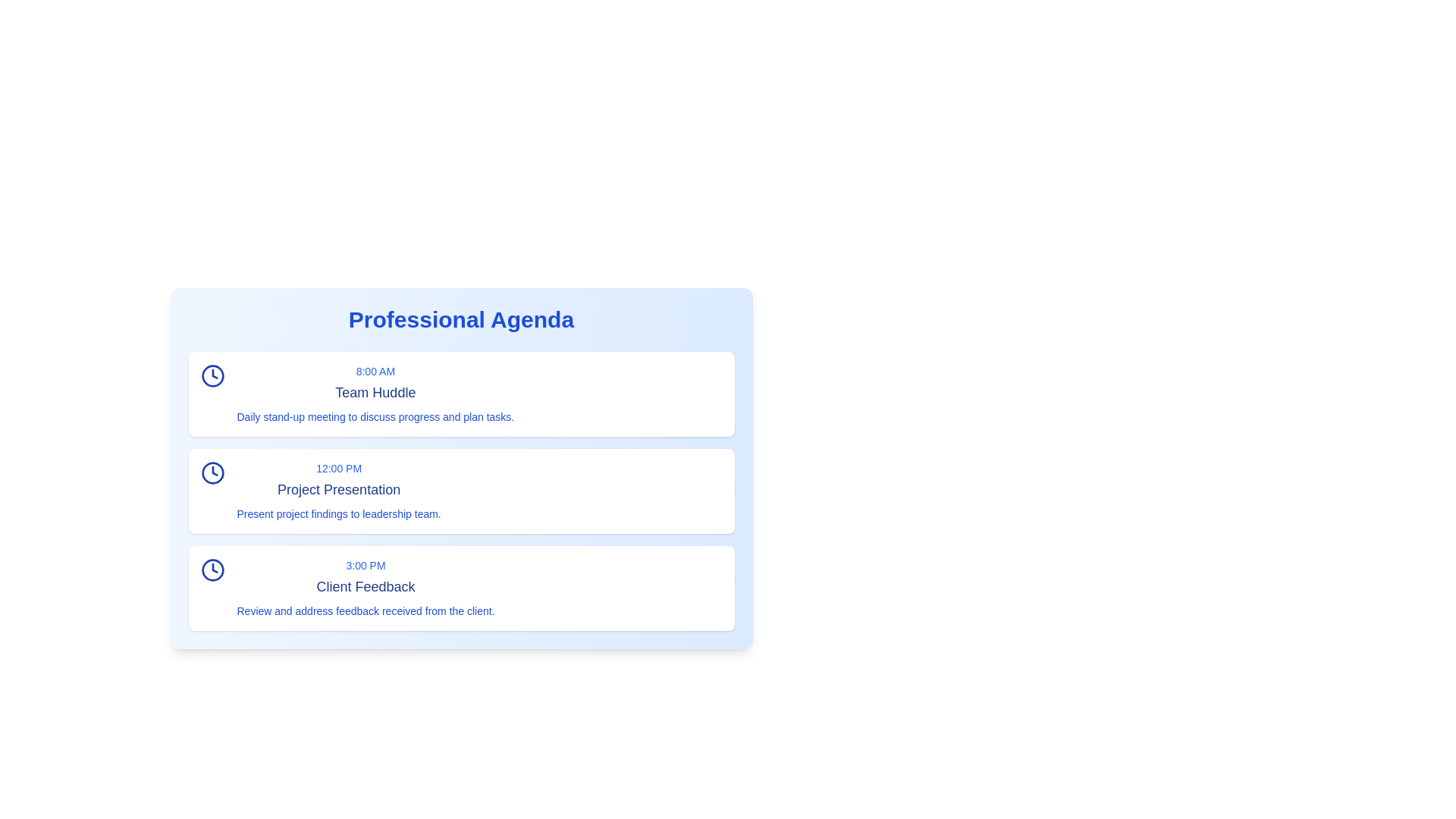  I want to click on the time icon (SVG) located at the top-left corner of the '3:00 PM Client Feedback' agenda item, so click(212, 570).